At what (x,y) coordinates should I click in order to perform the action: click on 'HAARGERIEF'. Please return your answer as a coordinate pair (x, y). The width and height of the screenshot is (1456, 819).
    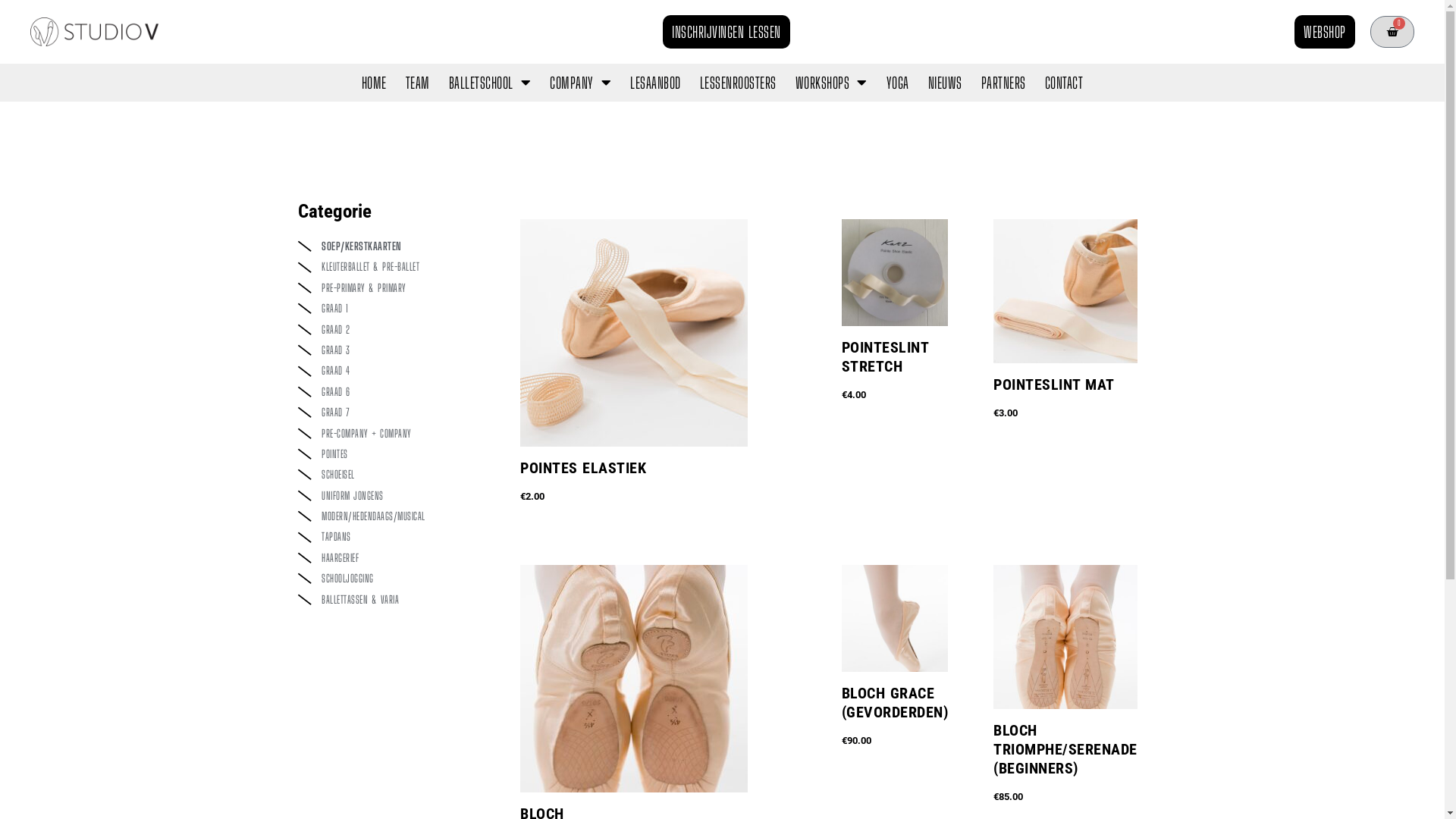
    Looking at the image, I should click on (393, 558).